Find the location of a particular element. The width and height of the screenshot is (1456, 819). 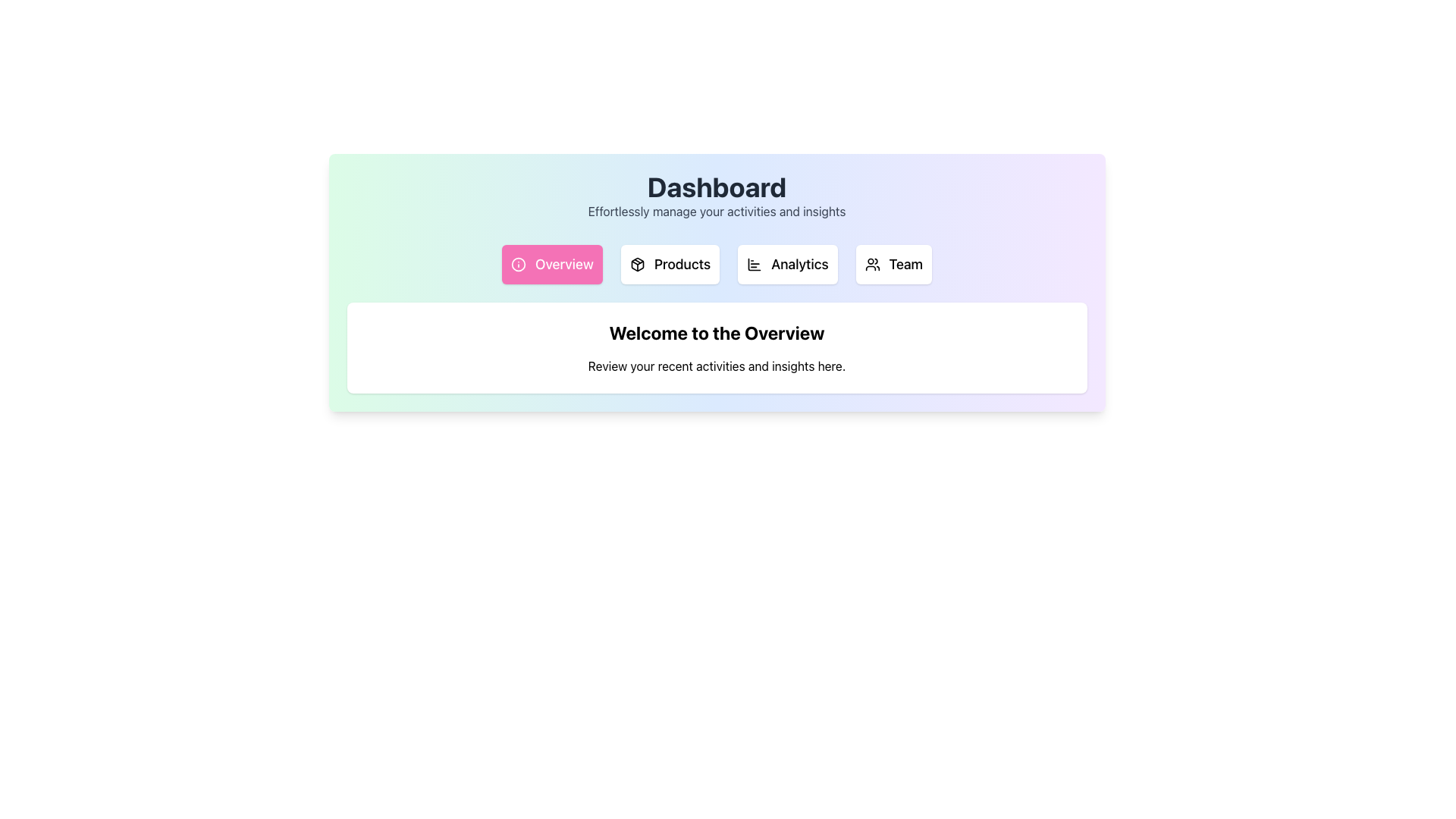

the 'Analytics' navigation button located centrally beneath the 'Dashboard' heading is located at coordinates (786, 263).